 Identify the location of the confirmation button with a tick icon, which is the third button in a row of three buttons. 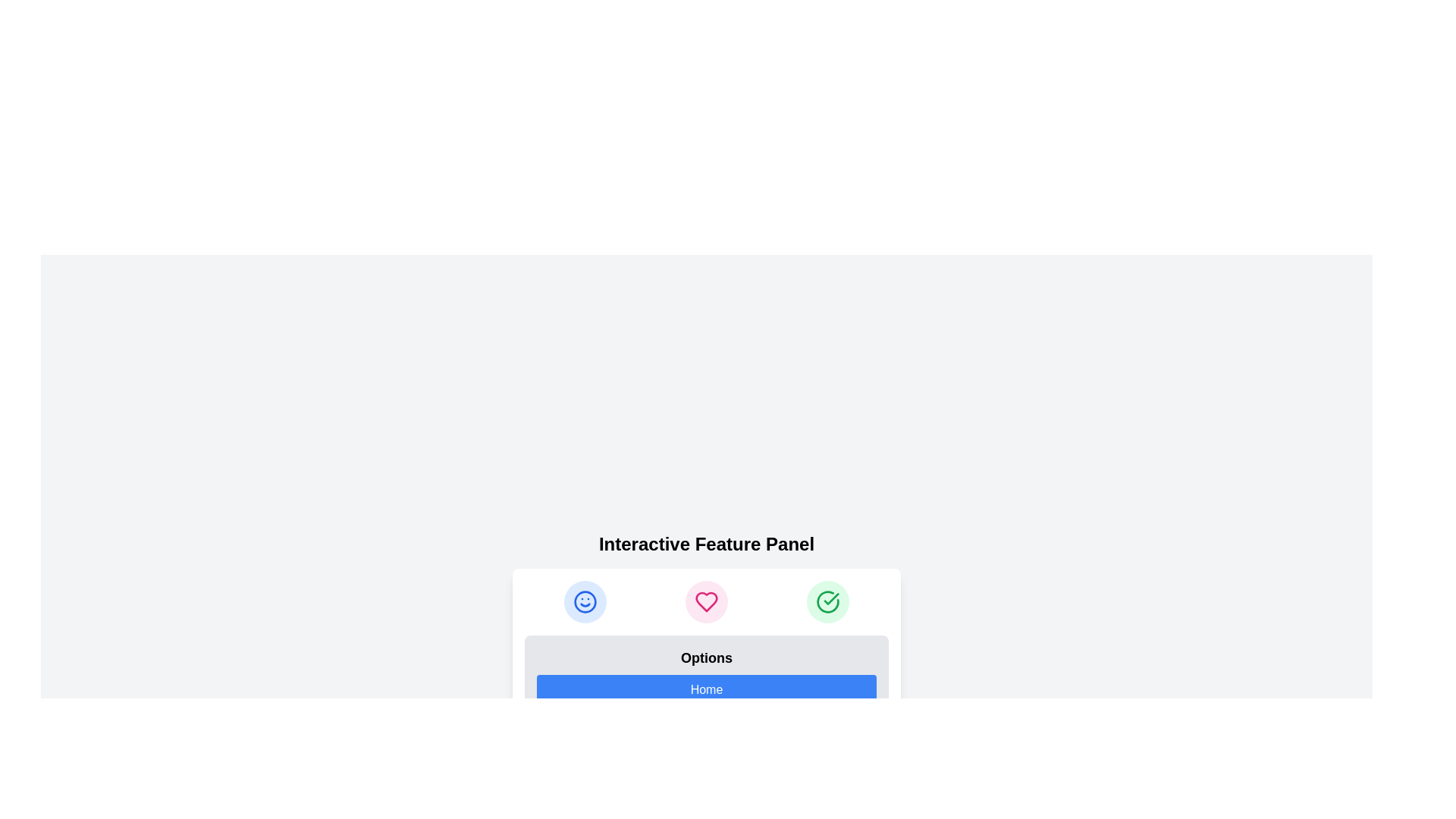
(827, 601).